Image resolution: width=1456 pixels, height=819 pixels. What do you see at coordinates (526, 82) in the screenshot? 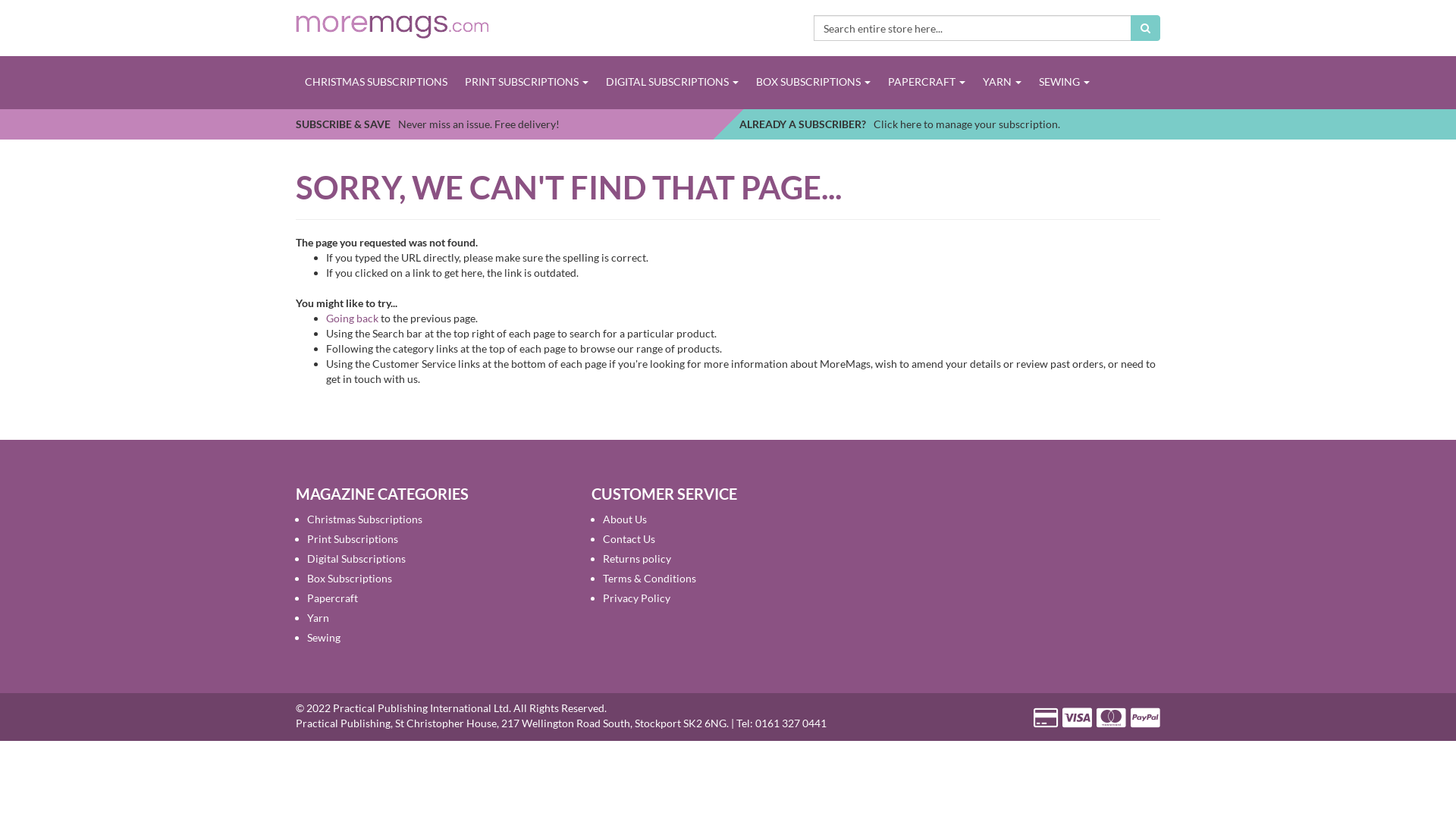
I see `'PRINT SUBSCRIPTIONS'` at bounding box center [526, 82].